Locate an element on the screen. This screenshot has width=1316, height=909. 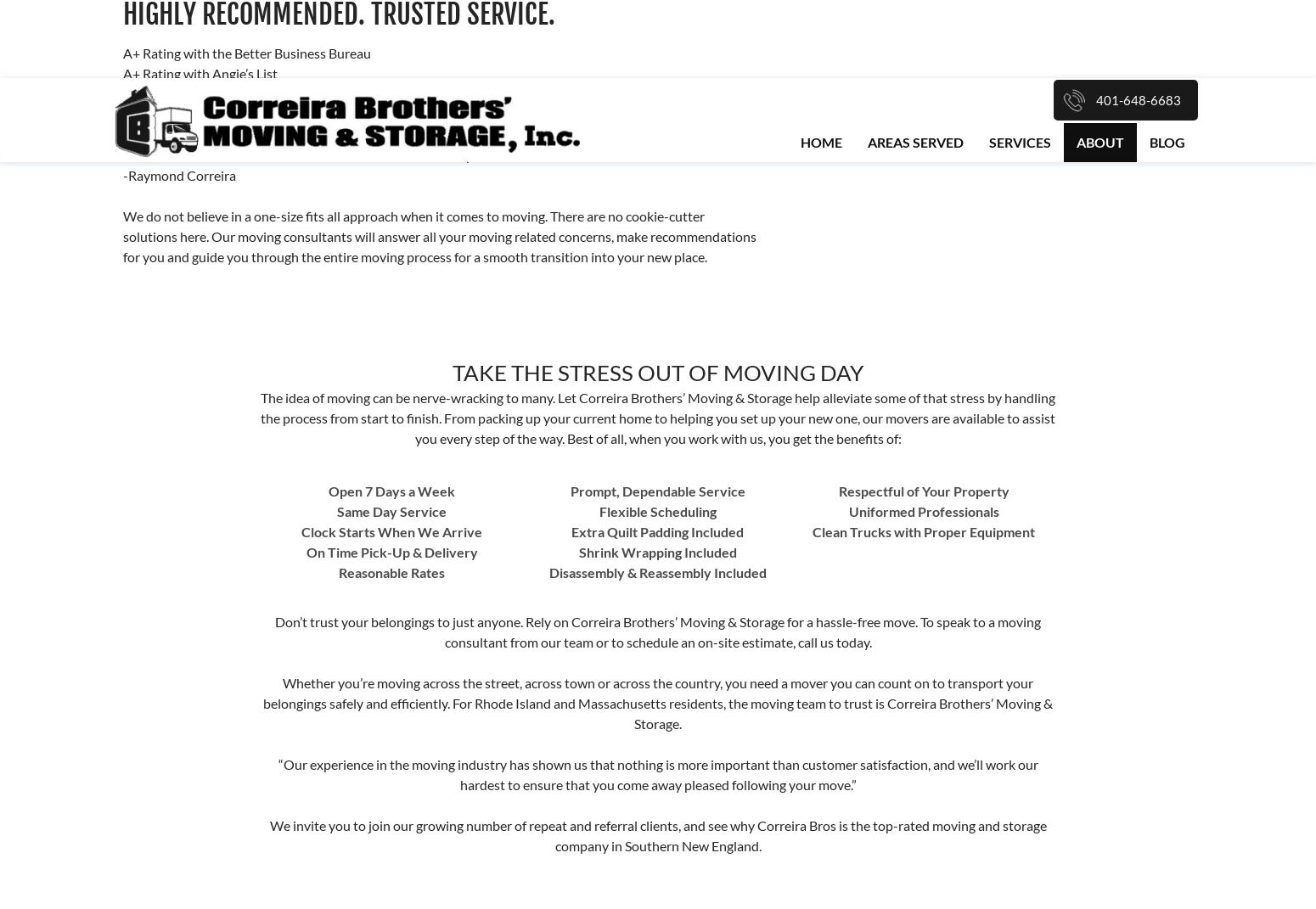
'Residential' is located at coordinates (711, 341).